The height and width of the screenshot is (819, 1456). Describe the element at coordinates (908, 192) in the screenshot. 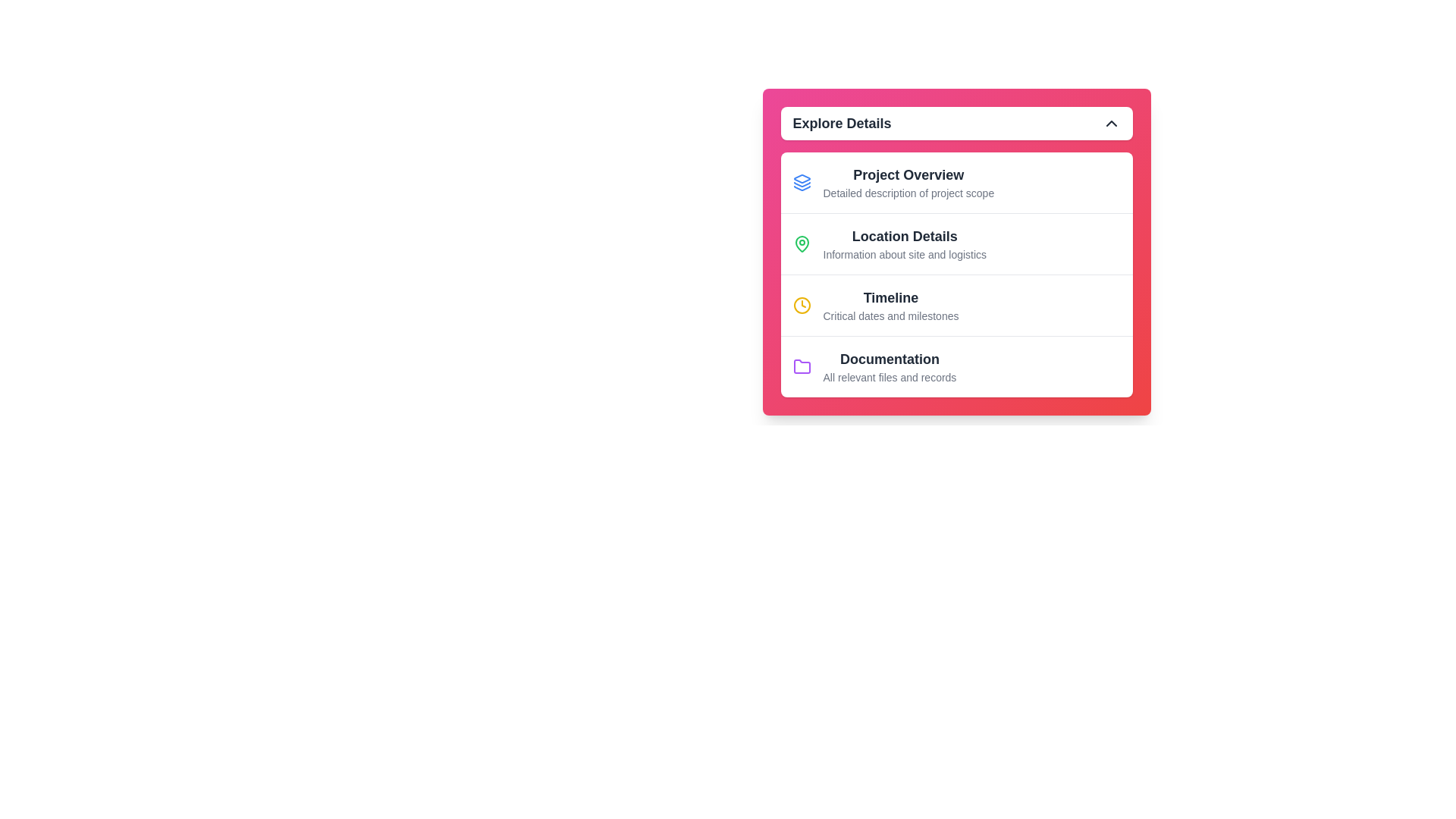

I see `text string 'Detailed description of project scope' located below the bold heading 'Project Overview' within the card titled 'Explore Details'` at that location.